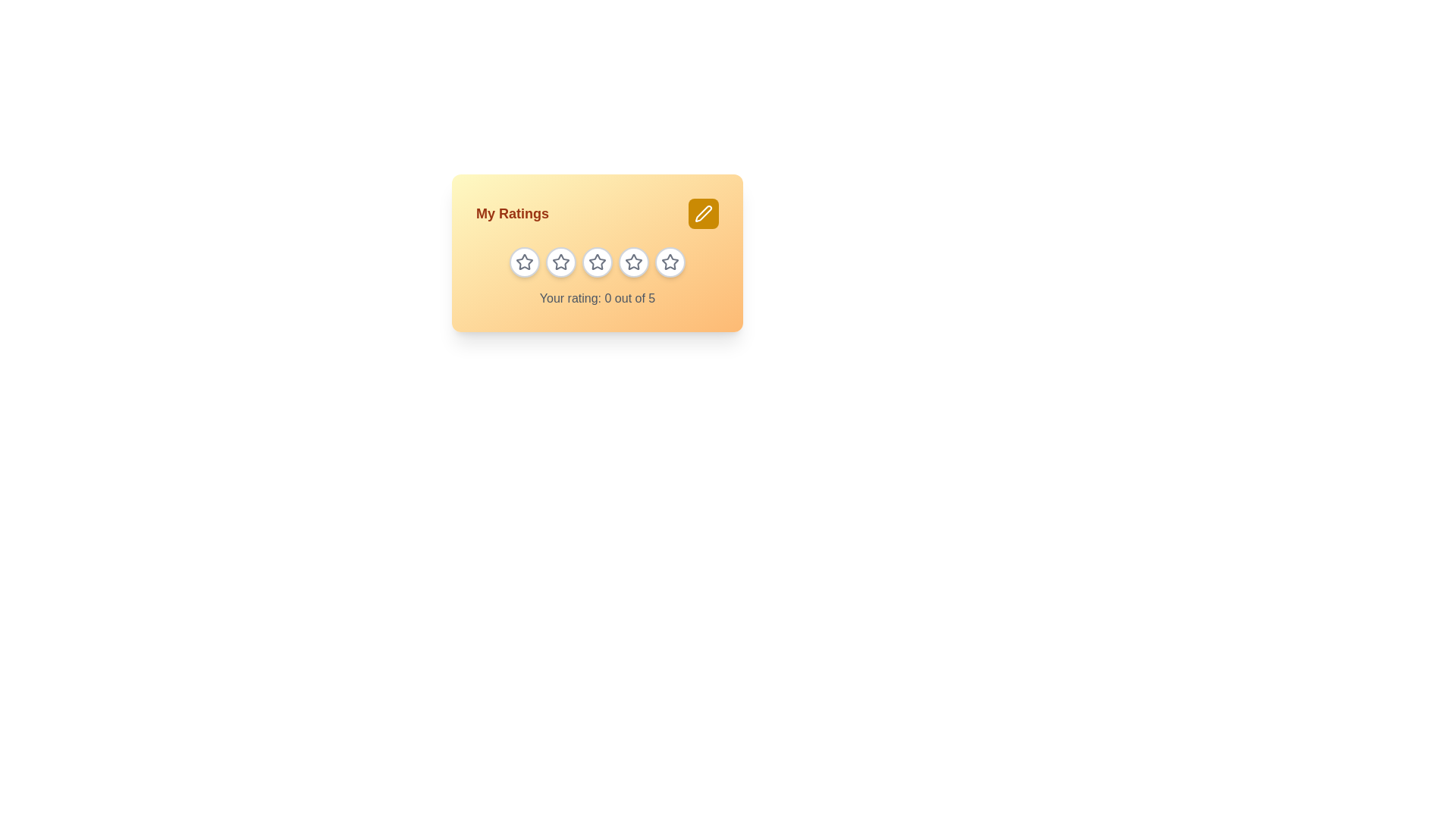  I want to click on the pen icon located within the yellow button in the top-right corner of the 'My Ratings' section, so click(702, 213).